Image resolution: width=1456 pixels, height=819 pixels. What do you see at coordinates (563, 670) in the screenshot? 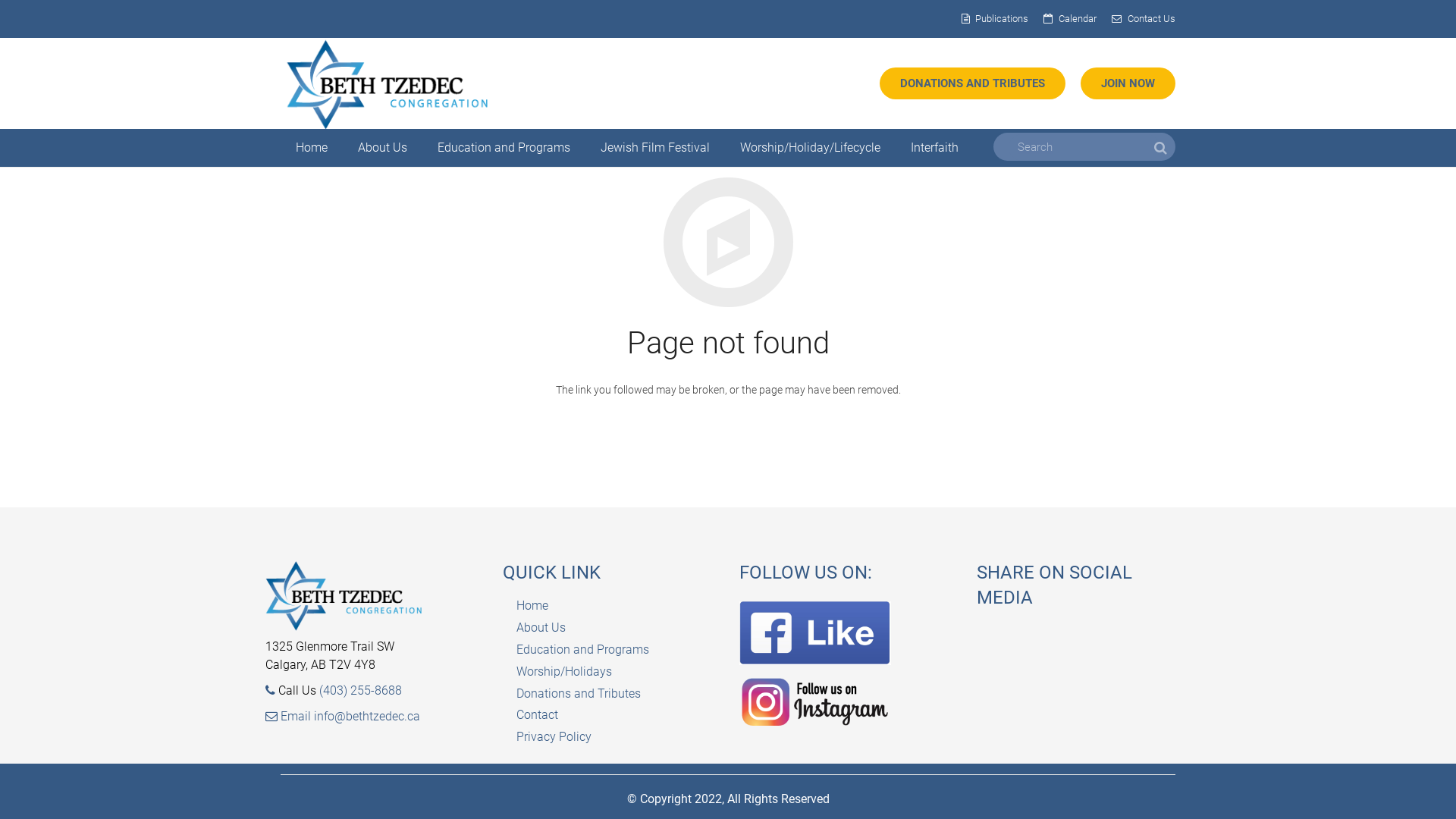
I see `'Worship/Holidays'` at bounding box center [563, 670].